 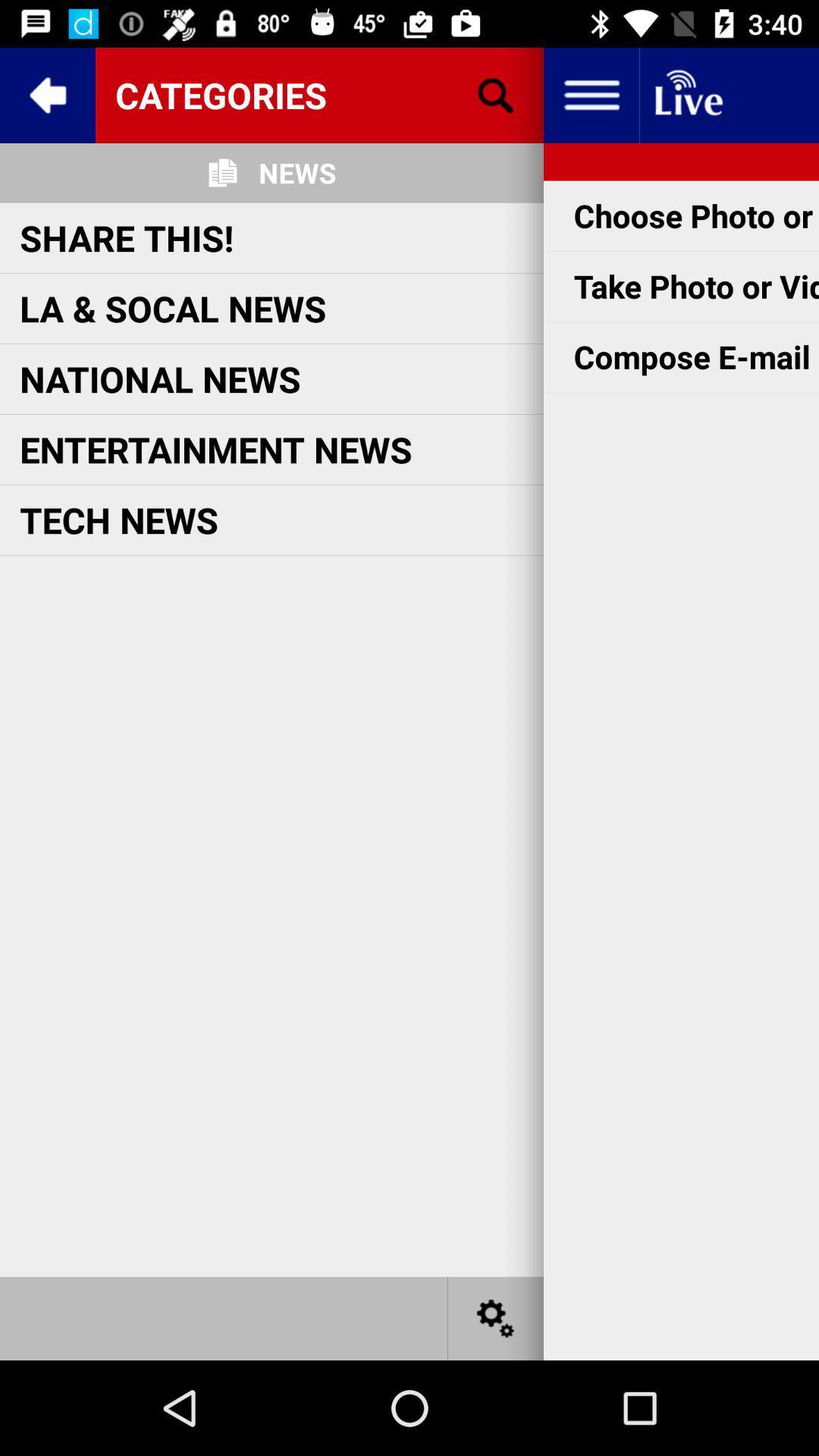 I want to click on the arrow_backward icon, so click(x=46, y=94).